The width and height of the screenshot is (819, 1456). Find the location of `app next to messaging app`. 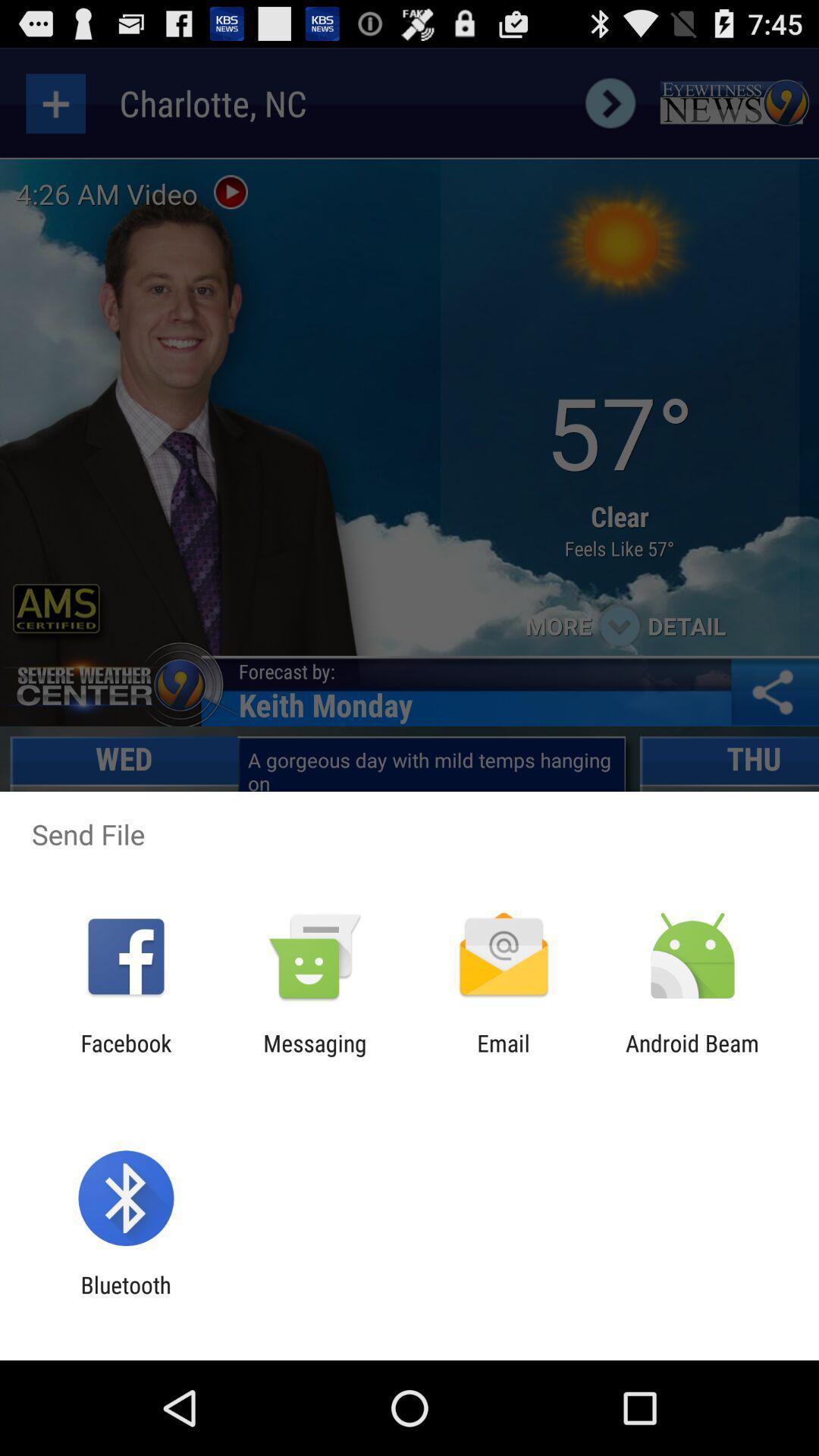

app next to messaging app is located at coordinates (504, 1056).